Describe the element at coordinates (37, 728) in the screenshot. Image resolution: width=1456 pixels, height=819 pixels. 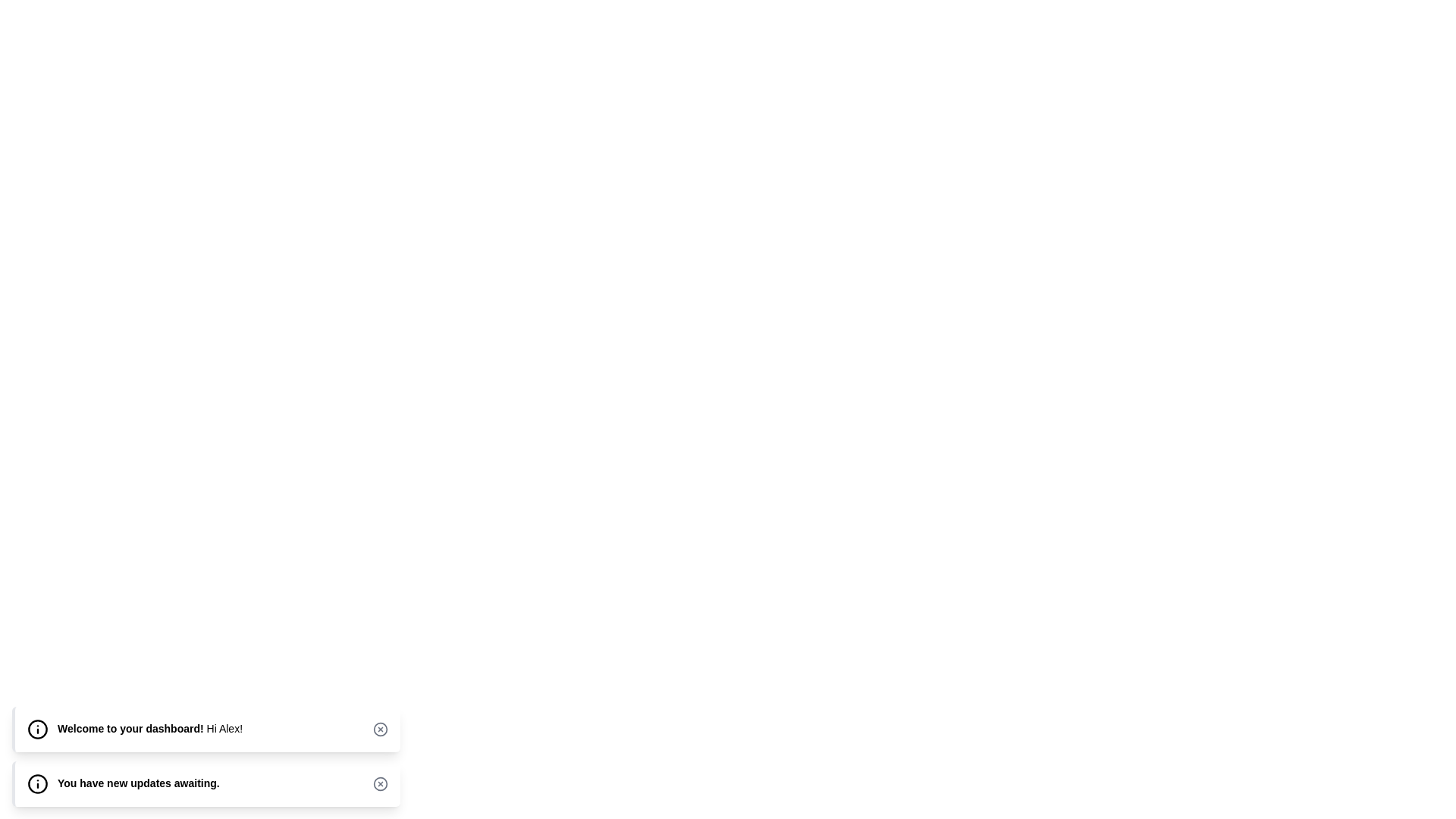
I see `the Information icon, which is a blue or green circular icon with an 'i' inside, located to the left of the message box containing 'Welcome to your dashboard! Hi Alex!'` at that location.